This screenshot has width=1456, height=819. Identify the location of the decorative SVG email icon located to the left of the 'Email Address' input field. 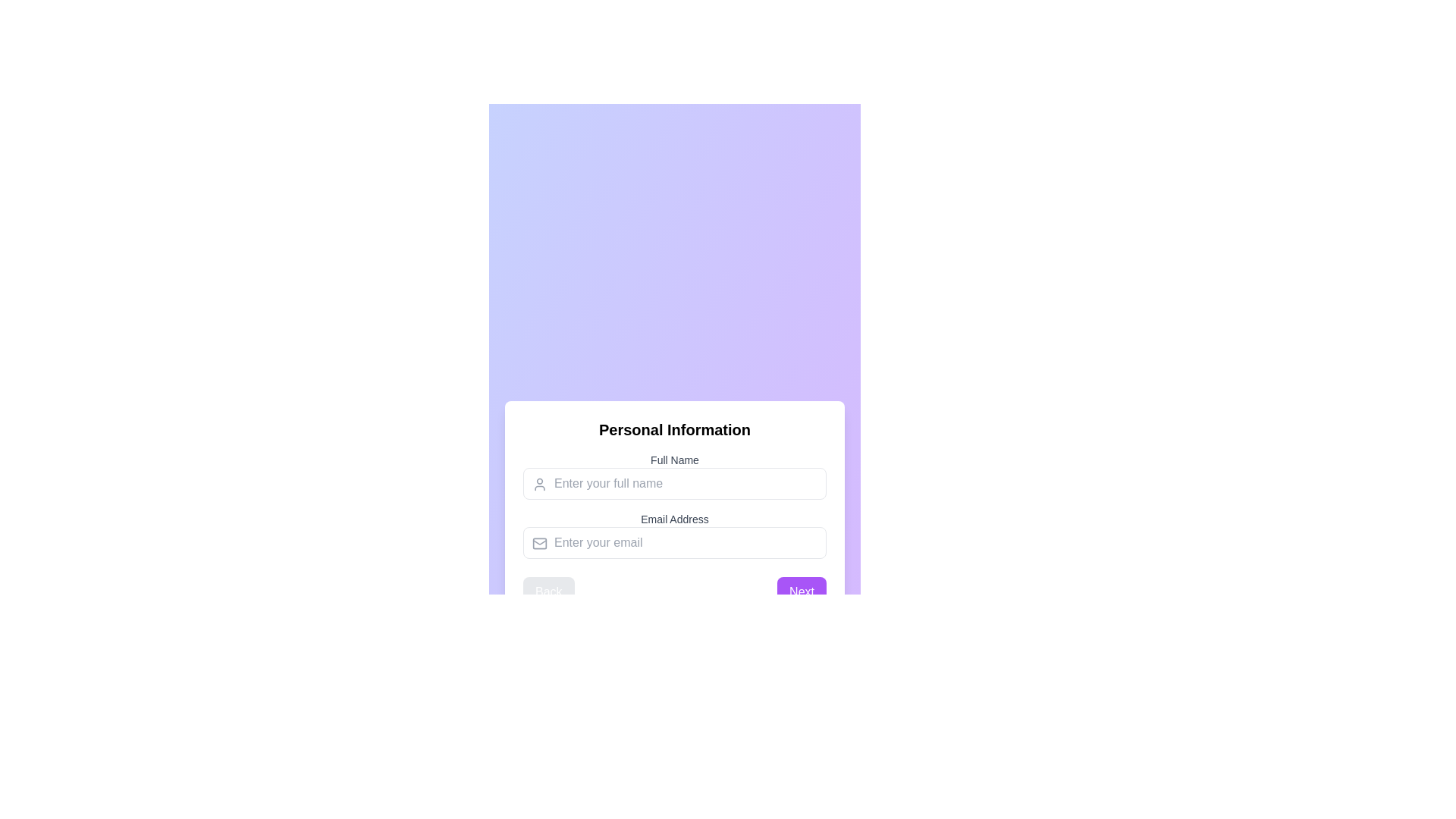
(539, 541).